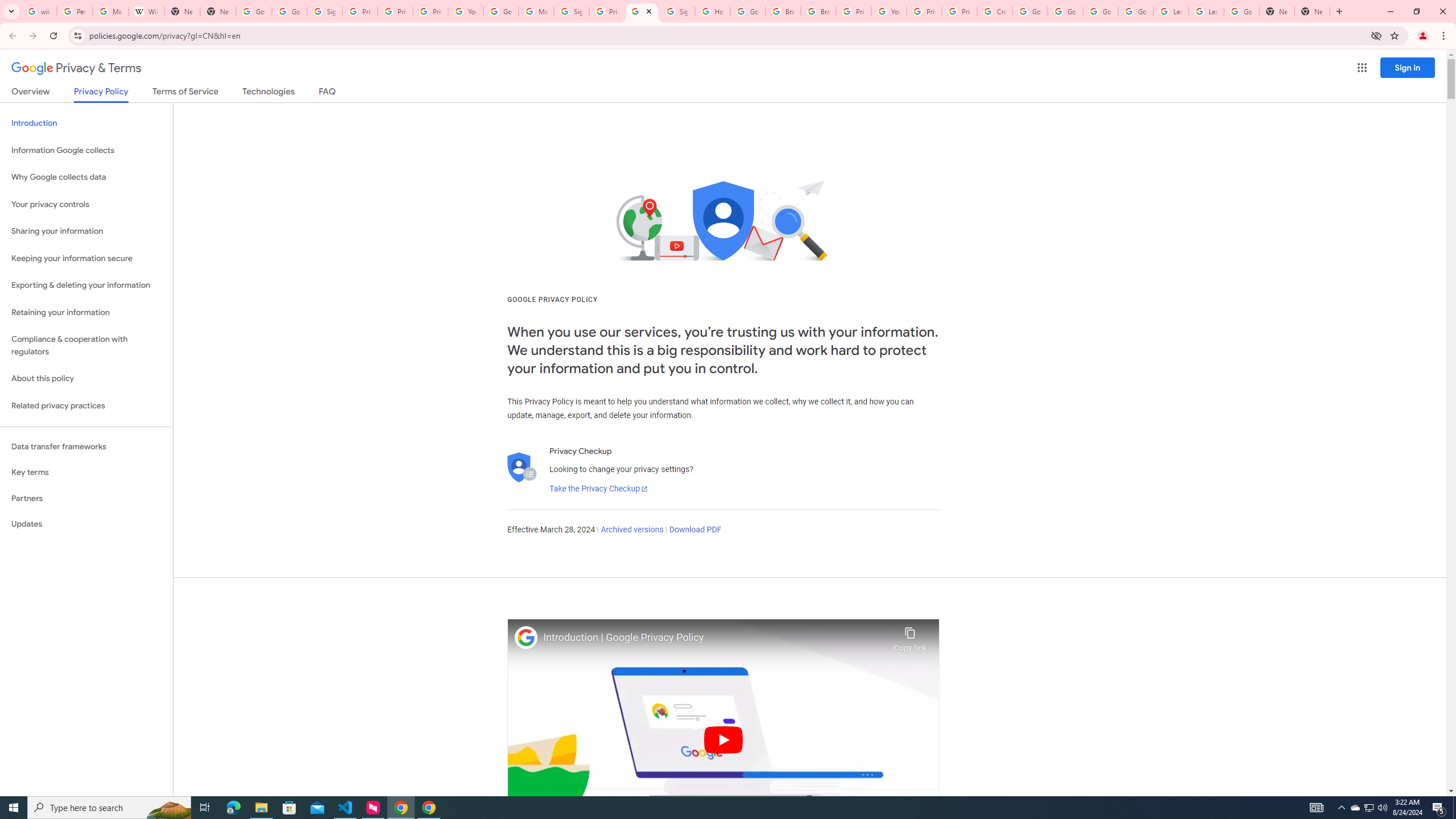 The image size is (1456, 819). I want to click on 'Sign in - Google Accounts', so click(570, 11).